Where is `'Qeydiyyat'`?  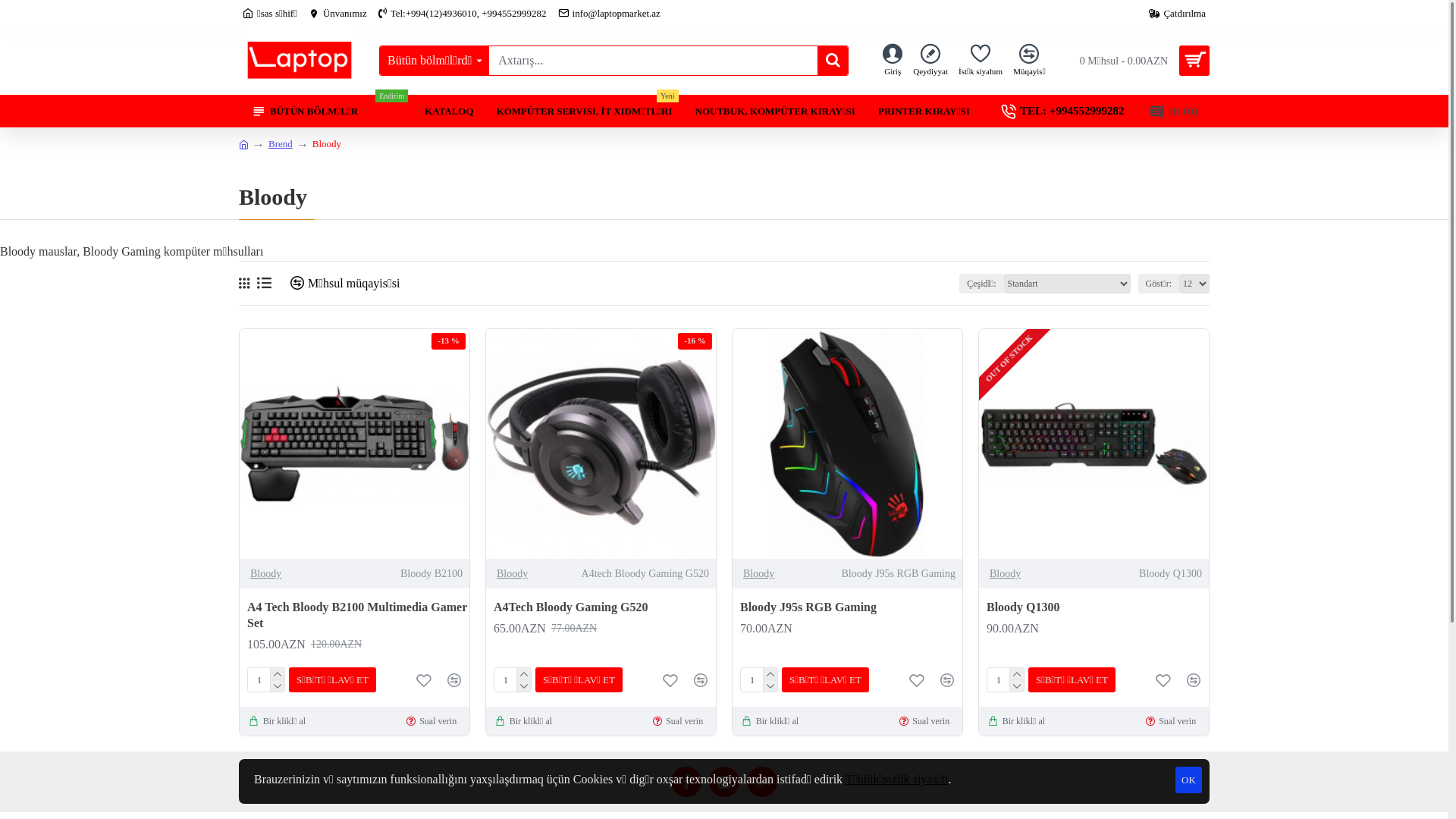
'Qeydiyyat' is located at coordinates (930, 60).